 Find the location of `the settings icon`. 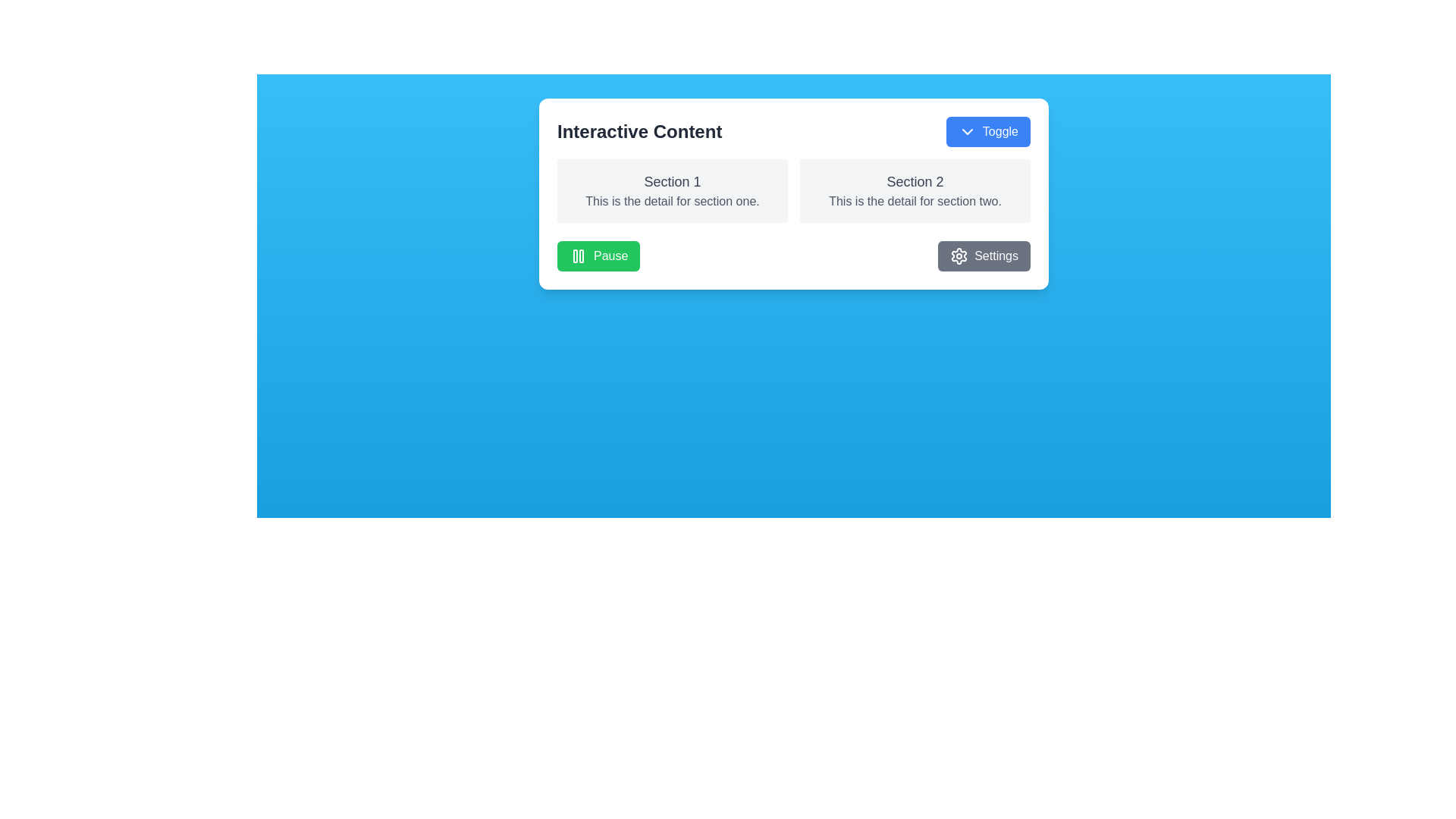

the settings icon is located at coordinates (959, 256).